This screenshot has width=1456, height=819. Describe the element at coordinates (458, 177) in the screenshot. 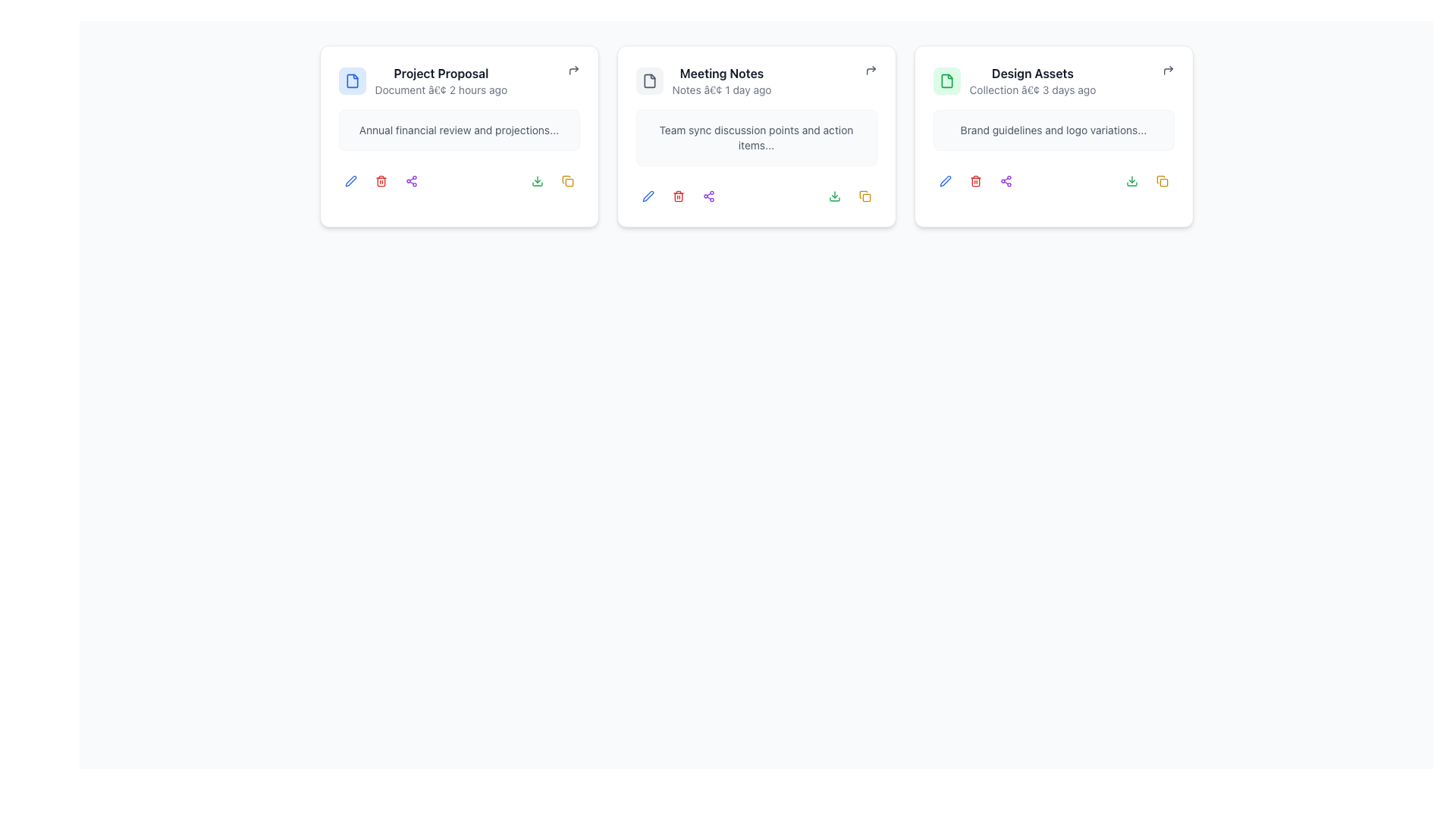

I see `the horizontal action bar located at the bottom of the 'Project Proposal' card` at that location.